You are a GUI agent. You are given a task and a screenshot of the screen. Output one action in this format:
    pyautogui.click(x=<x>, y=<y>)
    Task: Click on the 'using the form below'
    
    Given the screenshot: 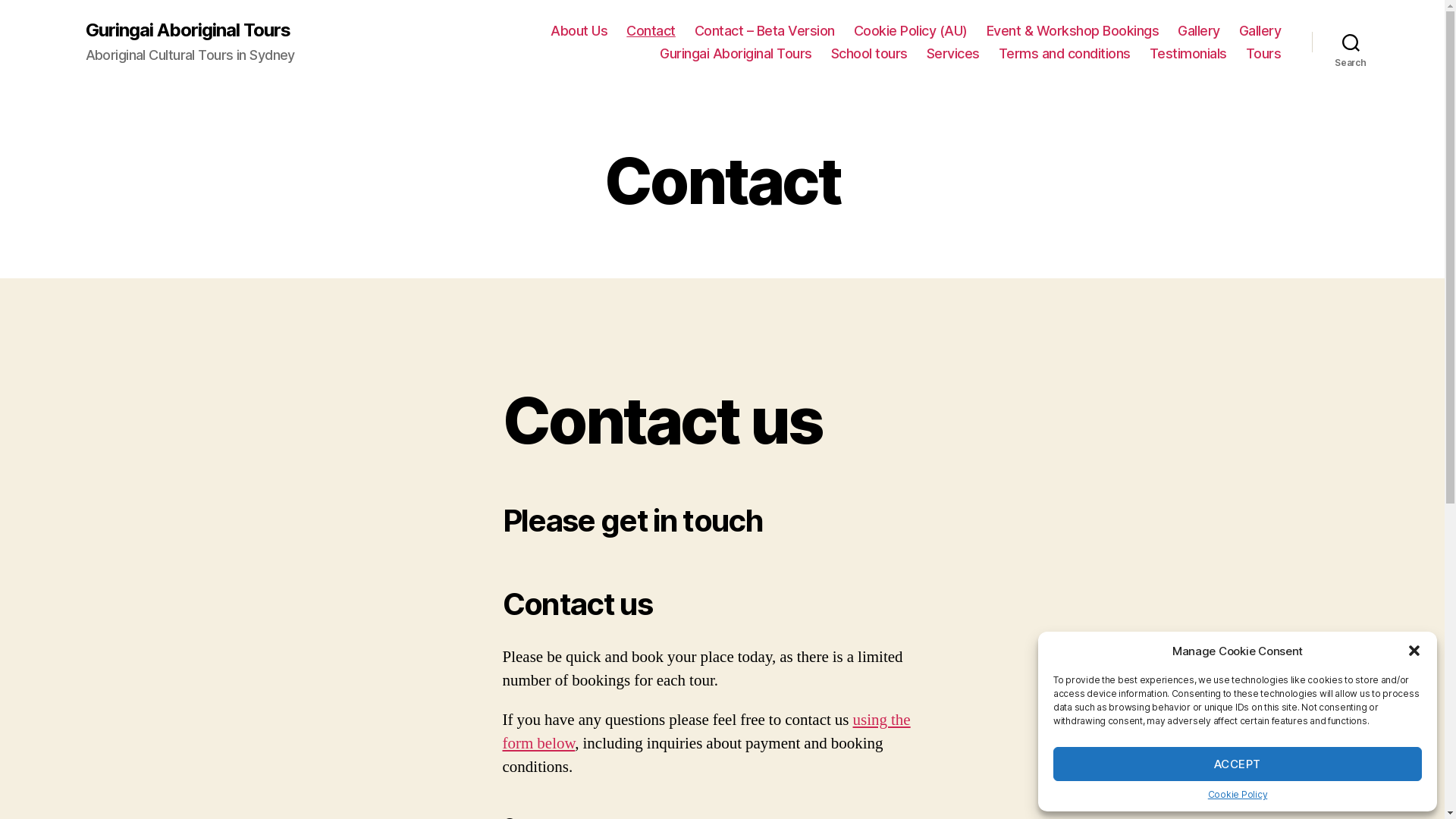 What is the action you would take?
    pyautogui.click(x=705, y=730)
    